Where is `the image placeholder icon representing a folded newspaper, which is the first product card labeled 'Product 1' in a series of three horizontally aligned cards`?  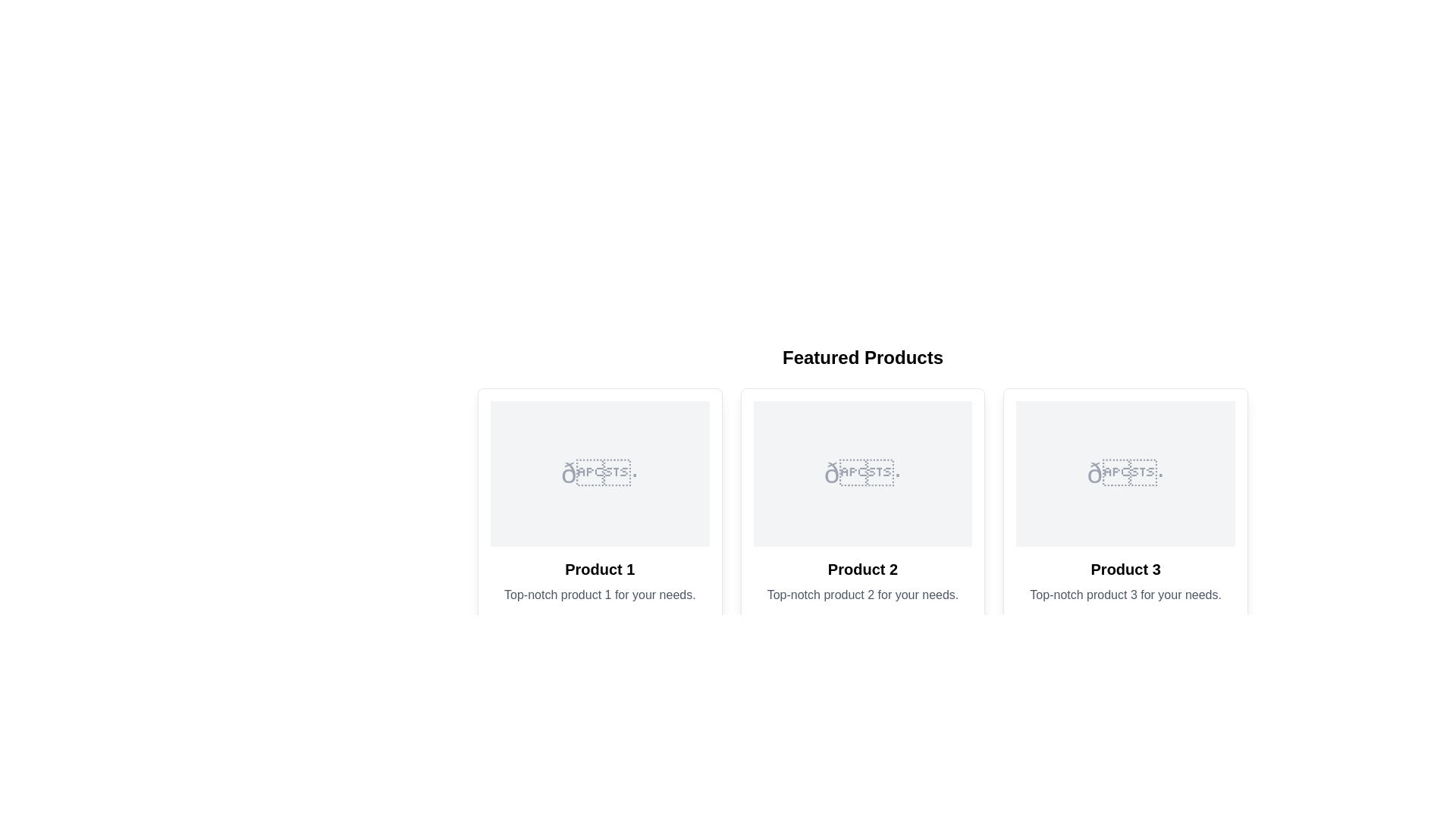
the image placeholder icon representing a folded newspaper, which is the first product card labeled 'Product 1' in a series of three horizontally aligned cards is located at coordinates (599, 472).